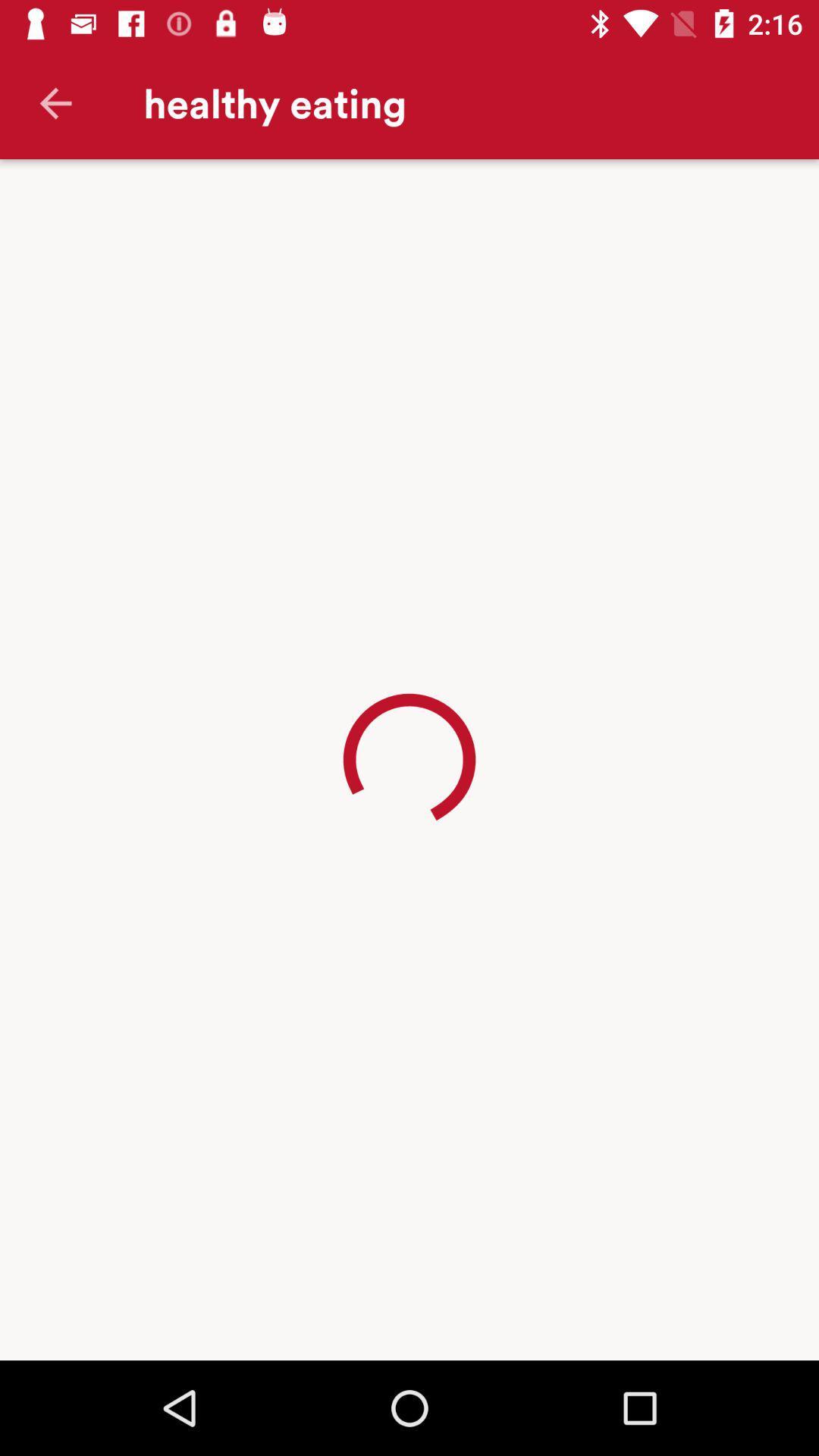 The width and height of the screenshot is (819, 1456). I want to click on icon at the top left corner, so click(55, 102).